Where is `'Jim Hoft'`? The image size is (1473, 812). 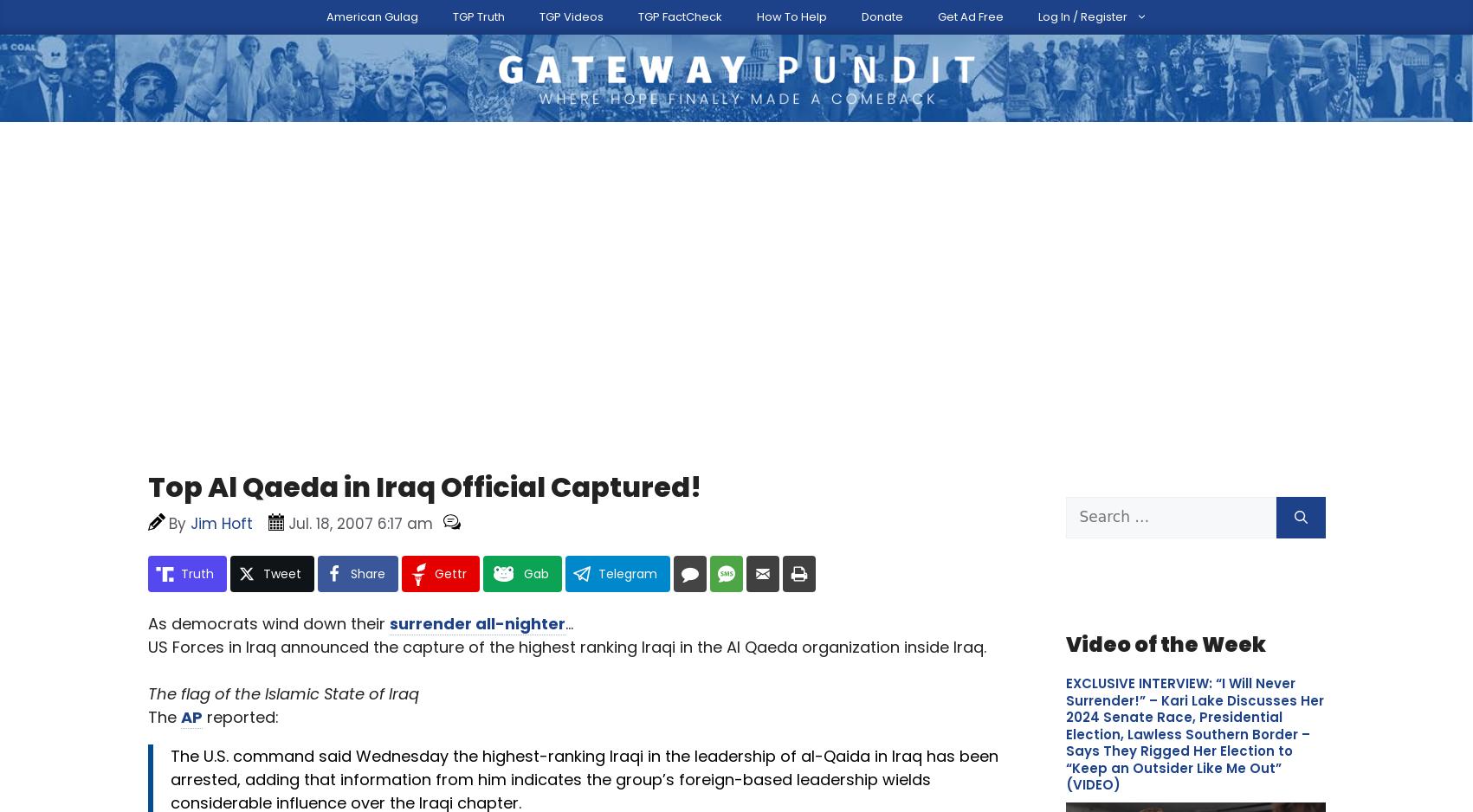 'Jim Hoft' is located at coordinates (268, 452).